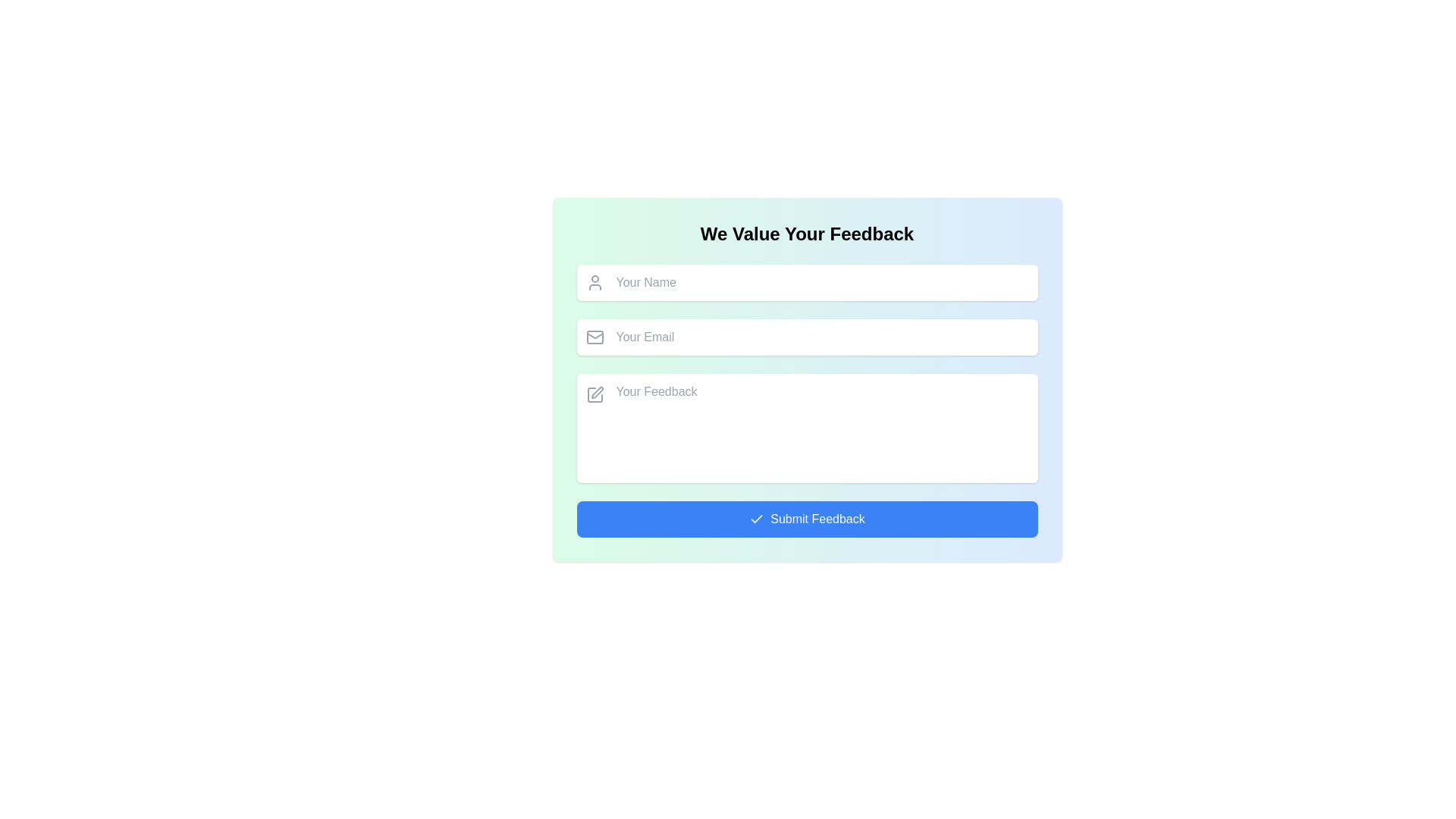 This screenshot has width=1456, height=819. I want to click on the Textarea input box located in the center of the 'We Value Your Feedback' form, so click(806, 379).